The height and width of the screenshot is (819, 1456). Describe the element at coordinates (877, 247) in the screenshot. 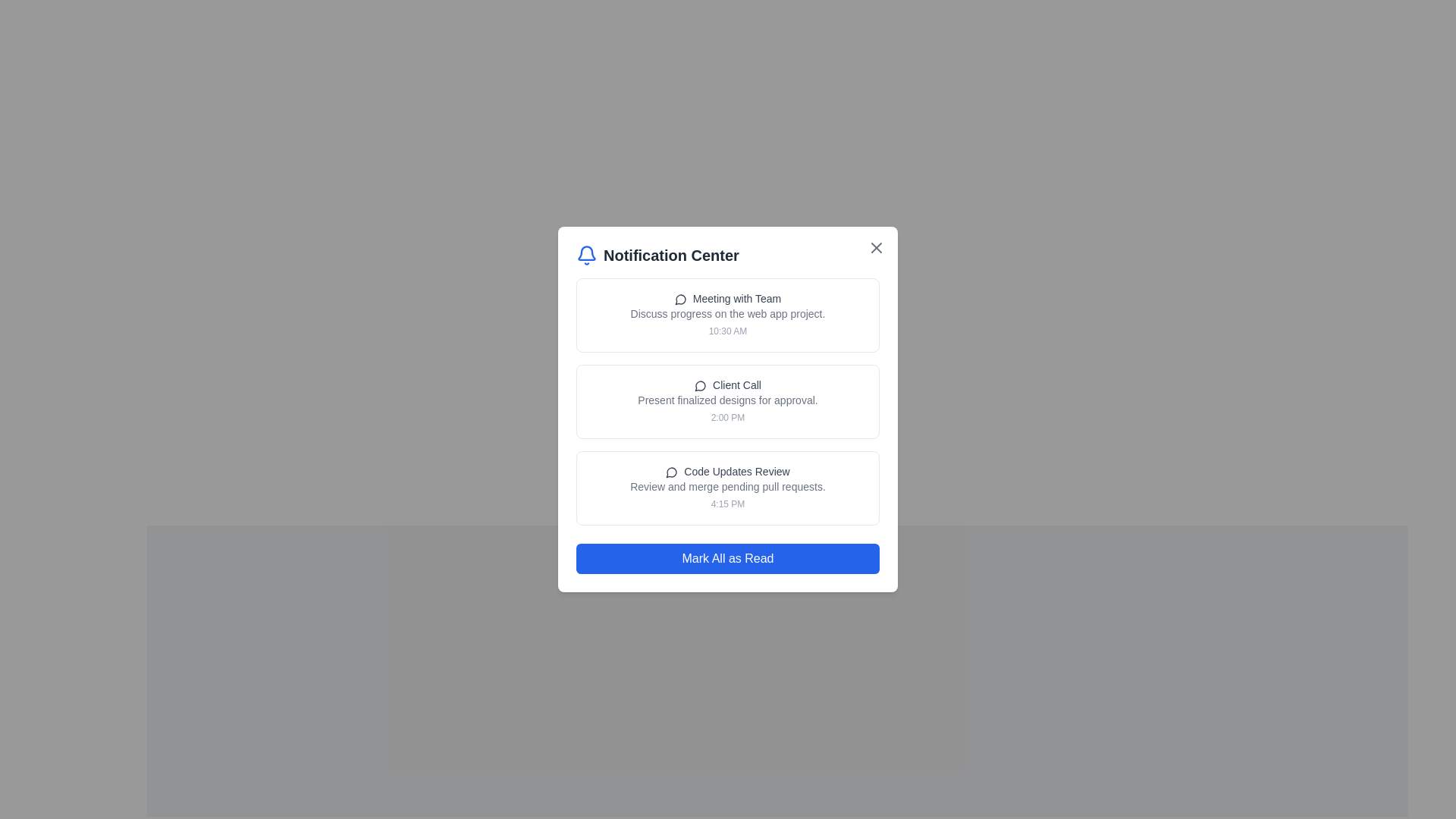

I see `the close button located in the upper-right corner of the 'Notification Center' modal` at that location.